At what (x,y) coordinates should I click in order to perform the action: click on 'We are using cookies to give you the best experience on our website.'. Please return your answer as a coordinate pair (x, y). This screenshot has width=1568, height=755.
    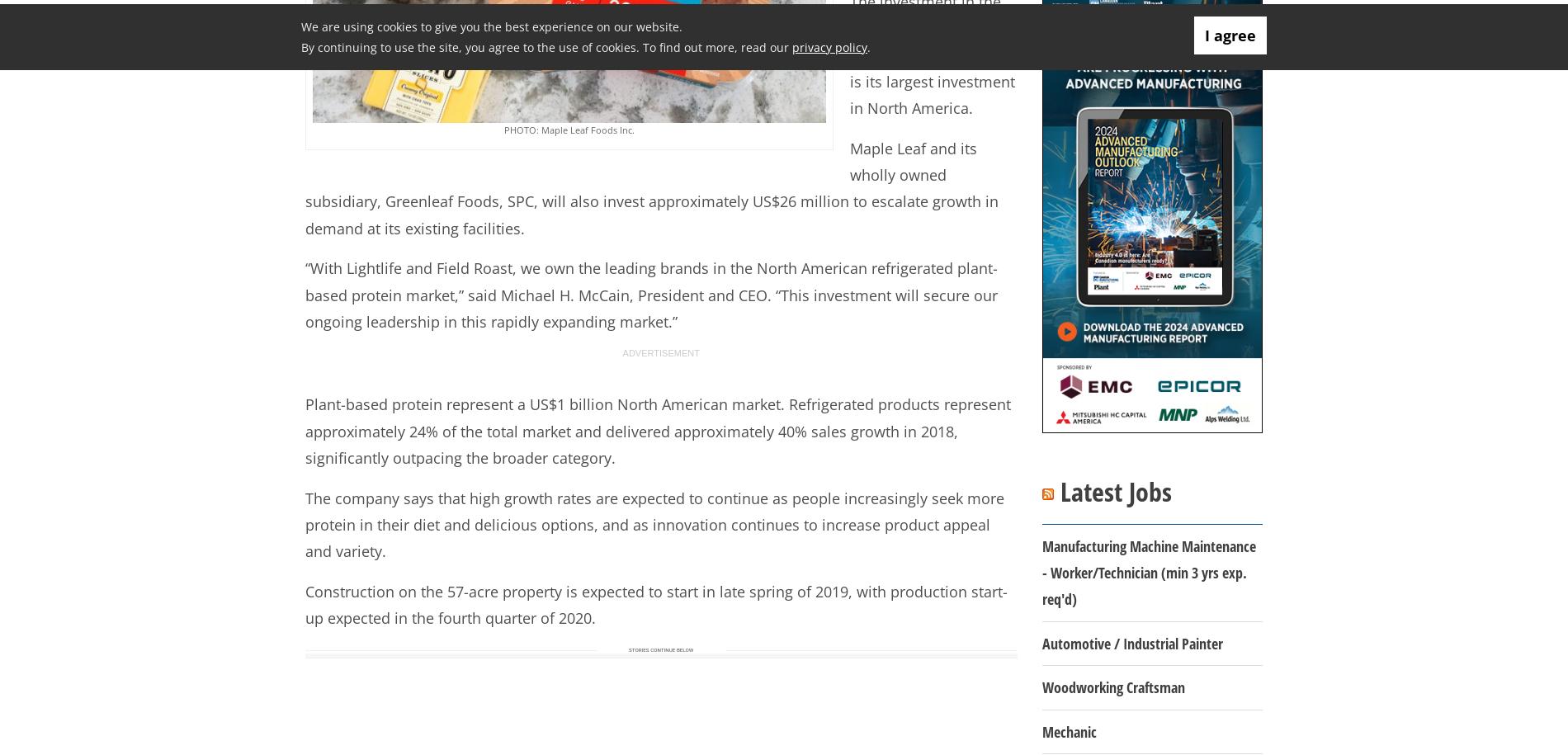
    Looking at the image, I should click on (492, 26).